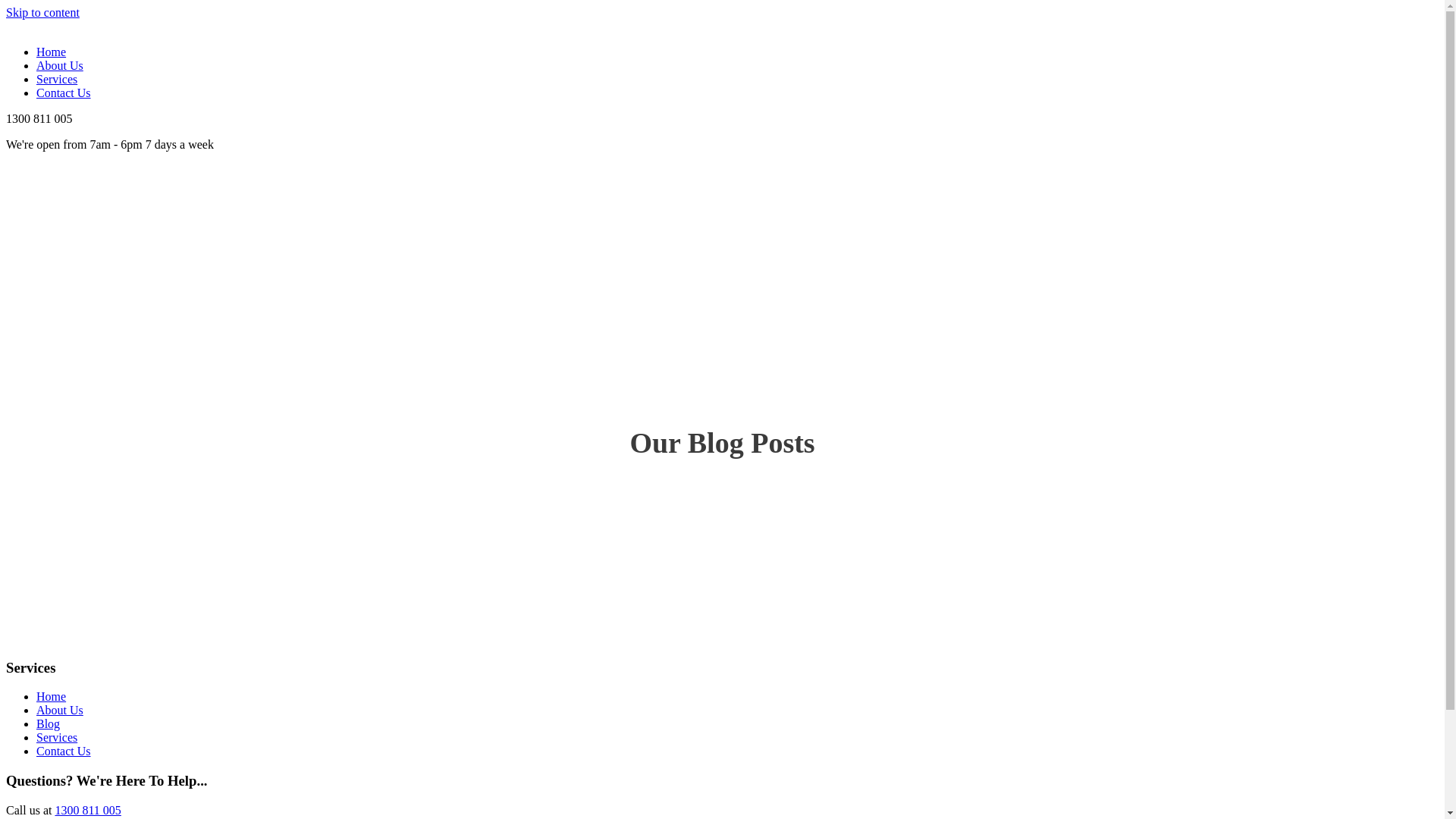  Describe the element at coordinates (36, 723) in the screenshot. I see `'Blog'` at that location.